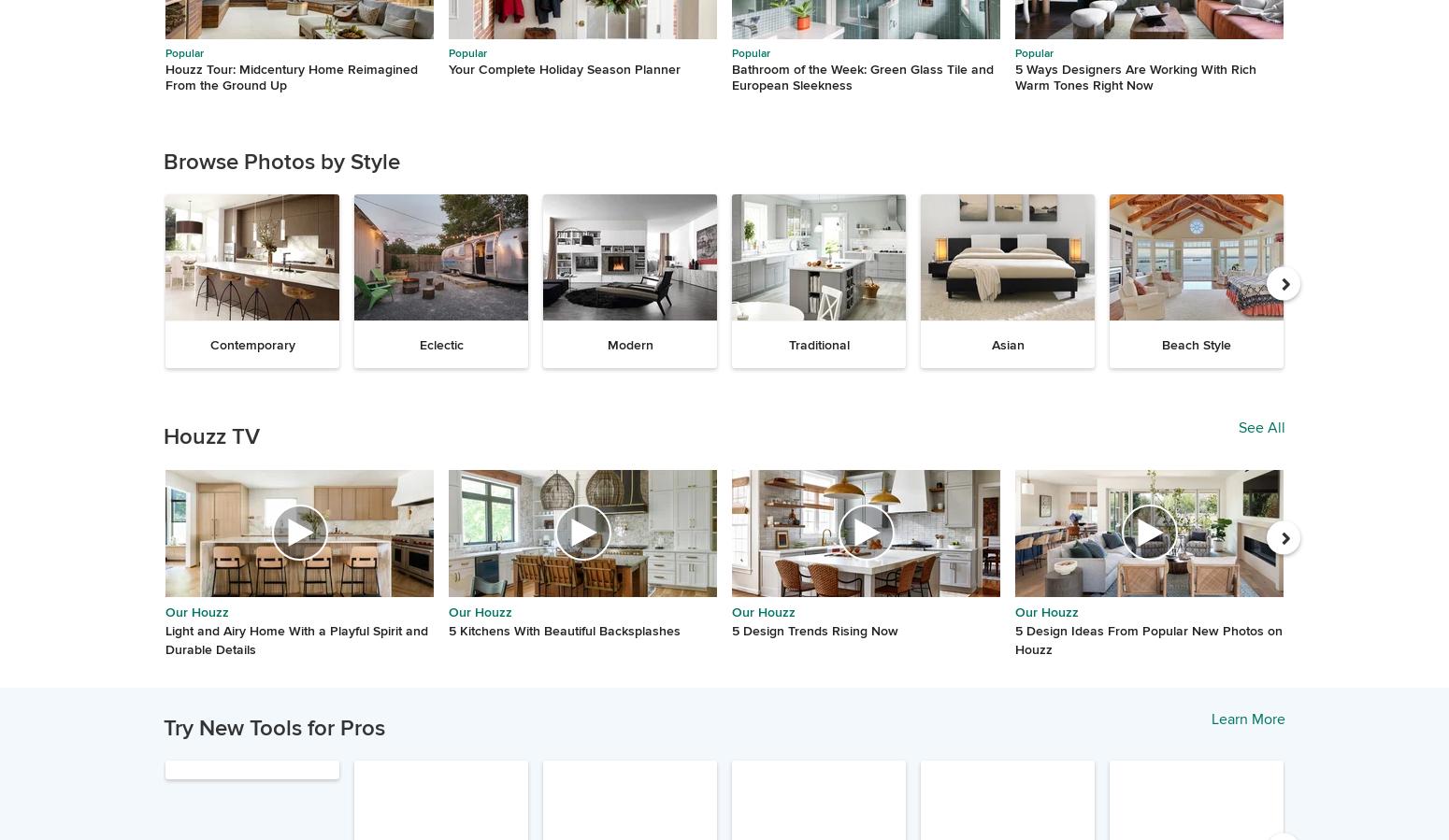 This screenshot has height=840, width=1449. I want to click on 'Try New Tools for Pros', so click(162, 728).